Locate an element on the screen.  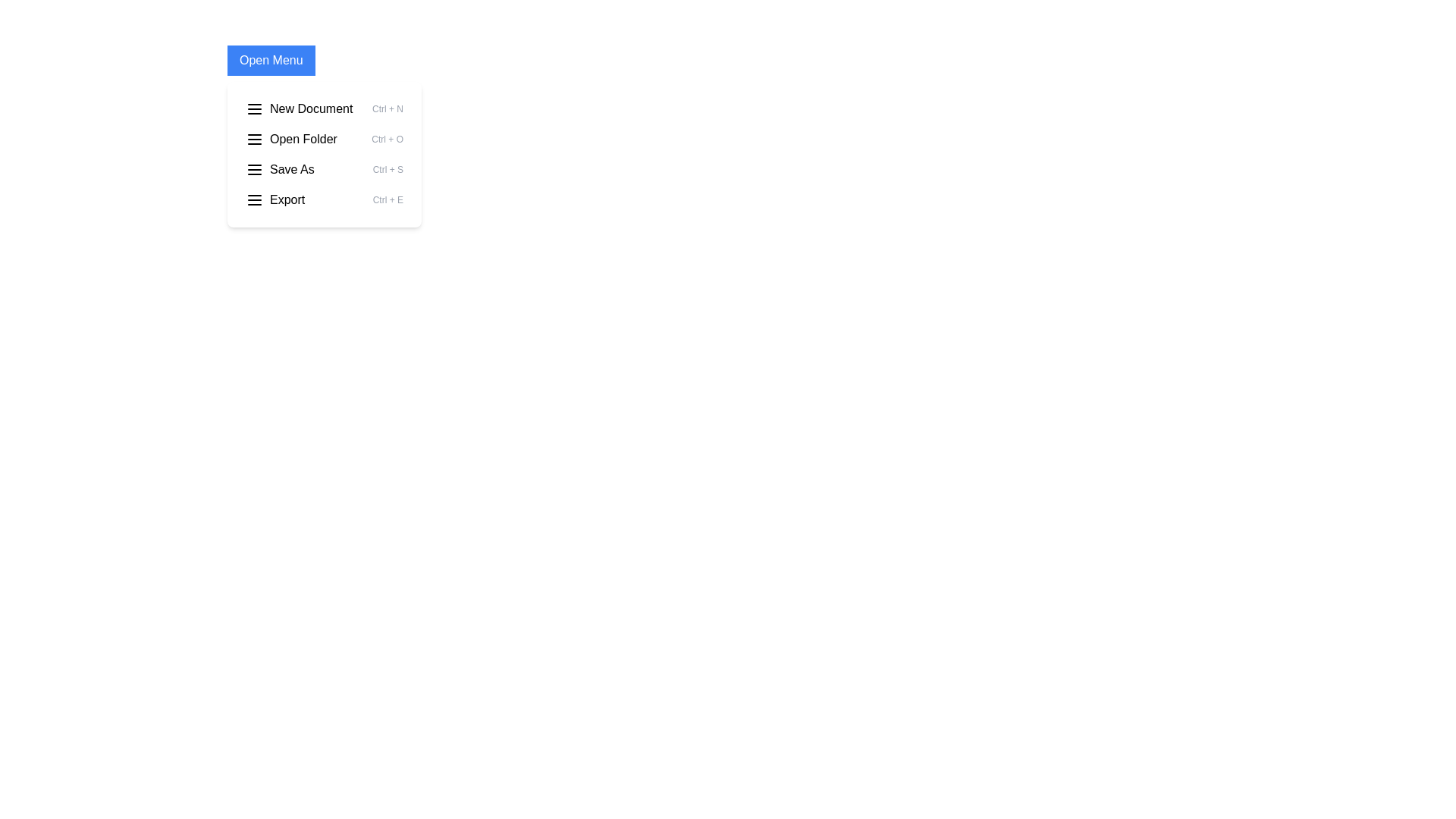
the 'New Document' list item in the drop-down menu is located at coordinates (323, 108).